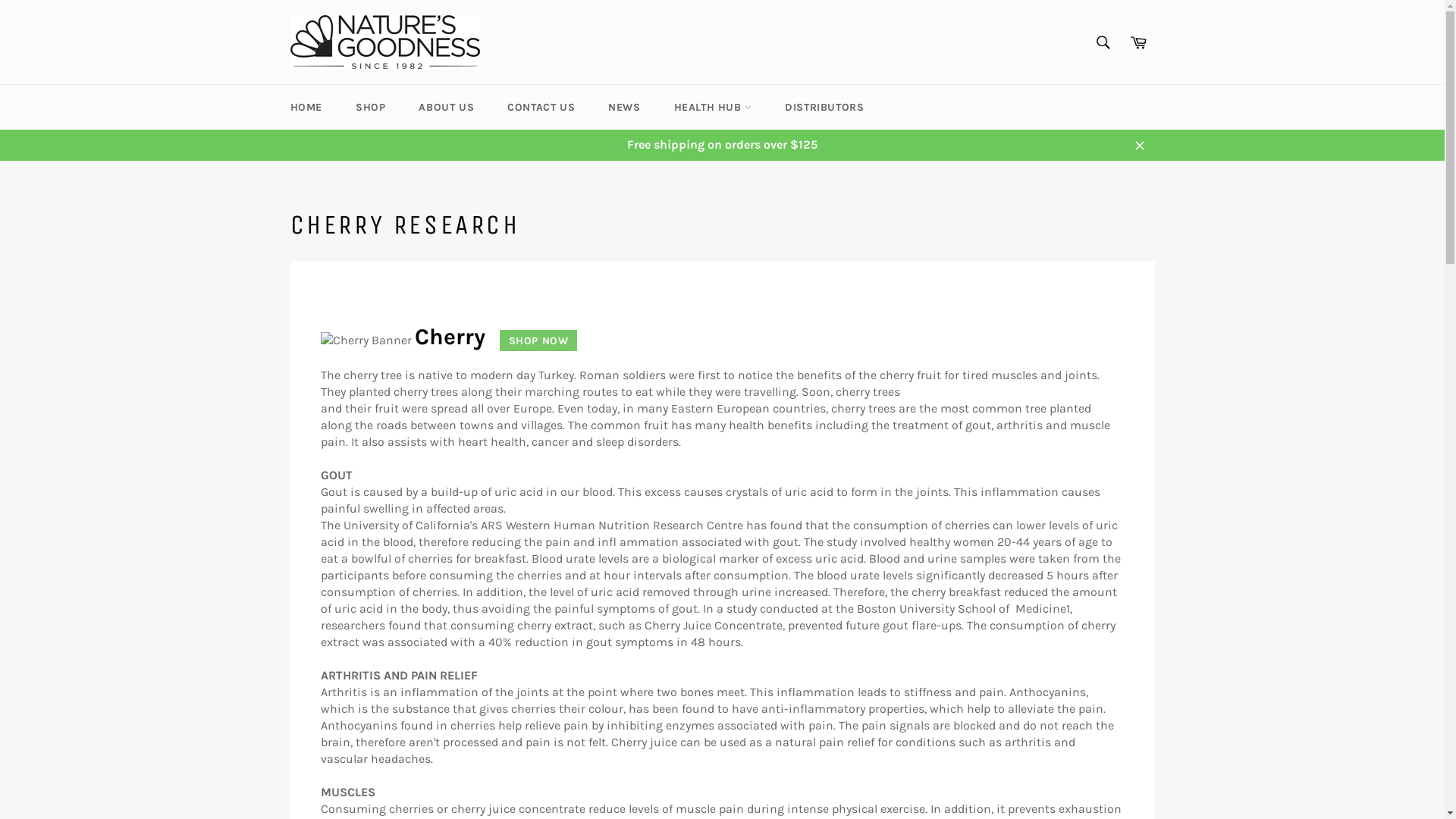  I want to click on 'CONTACT US', so click(541, 106).